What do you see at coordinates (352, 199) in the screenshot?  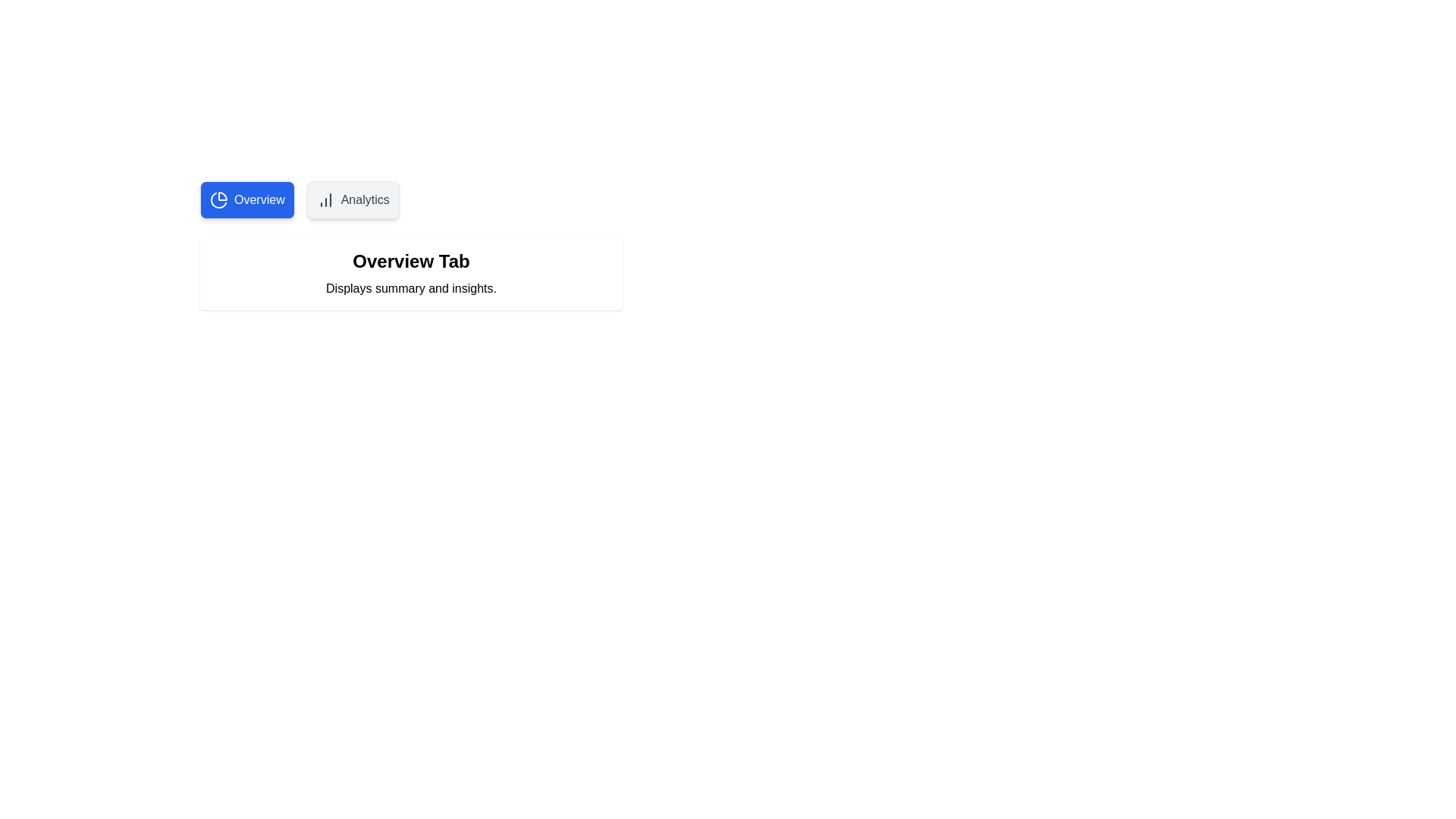 I see `the Analytics tab by clicking on it` at bounding box center [352, 199].